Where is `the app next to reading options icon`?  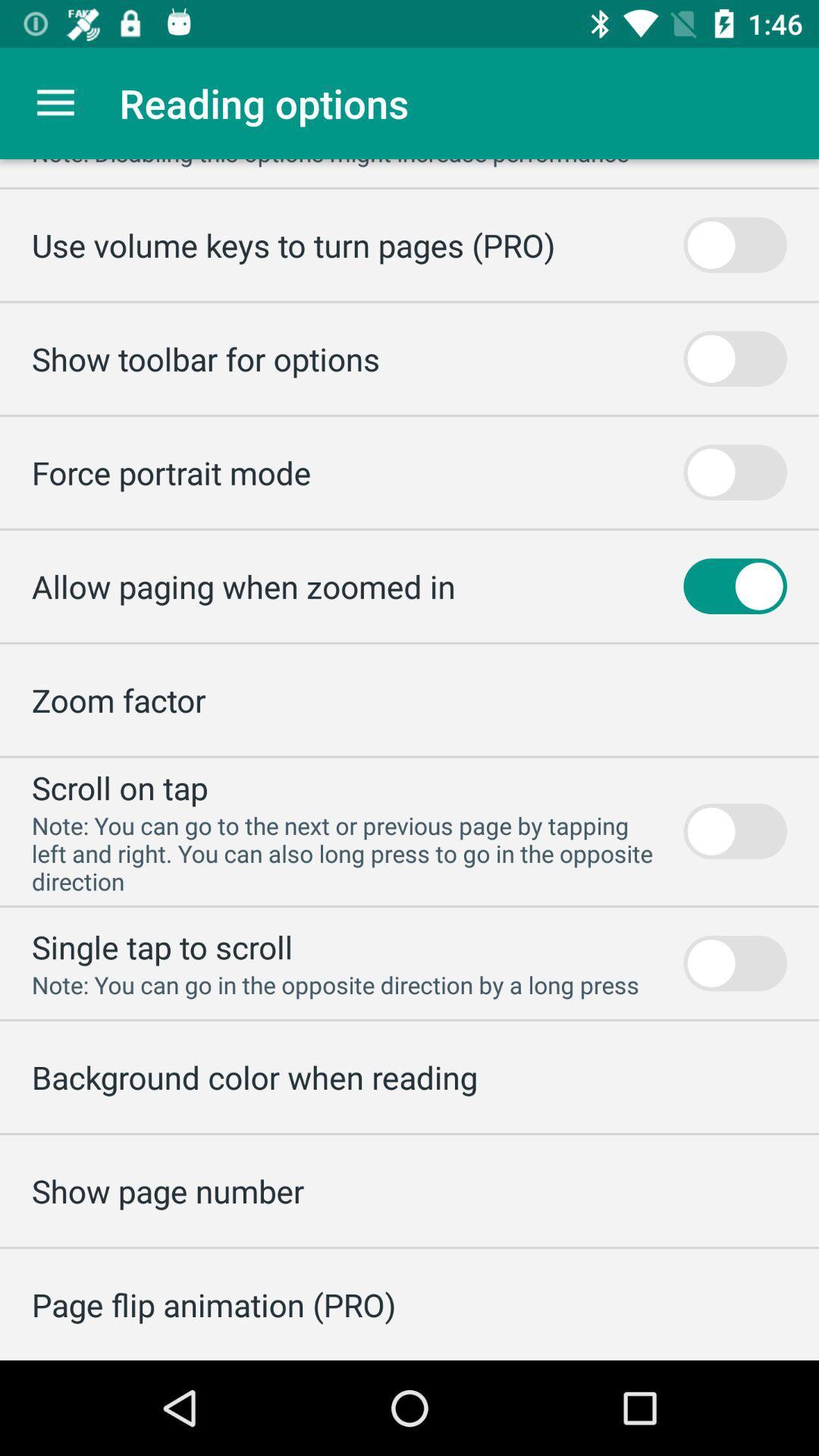
the app next to reading options icon is located at coordinates (55, 102).